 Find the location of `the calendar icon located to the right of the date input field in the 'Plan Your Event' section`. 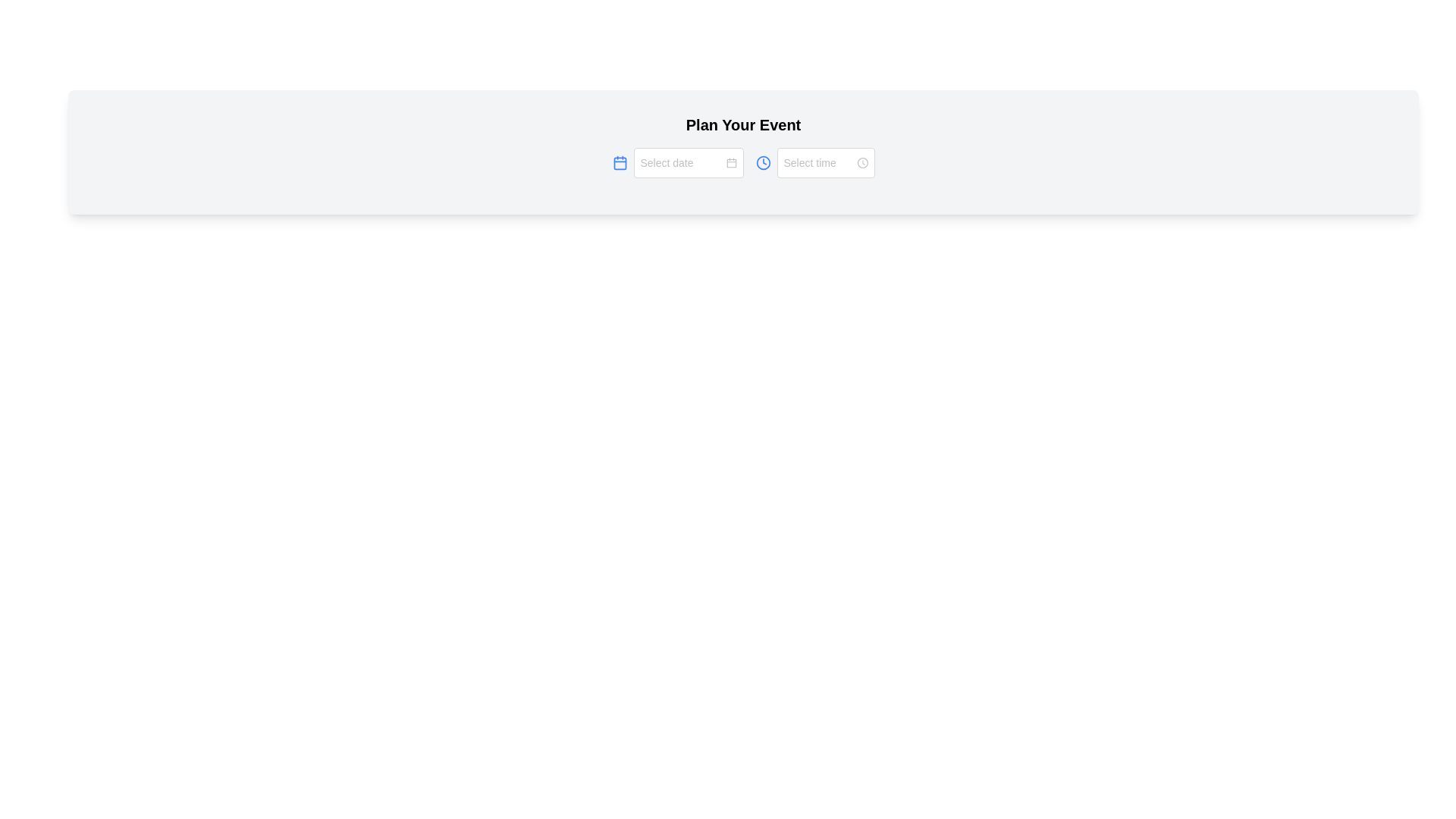

the calendar icon located to the right of the date input field in the 'Plan Your Event' section is located at coordinates (731, 163).